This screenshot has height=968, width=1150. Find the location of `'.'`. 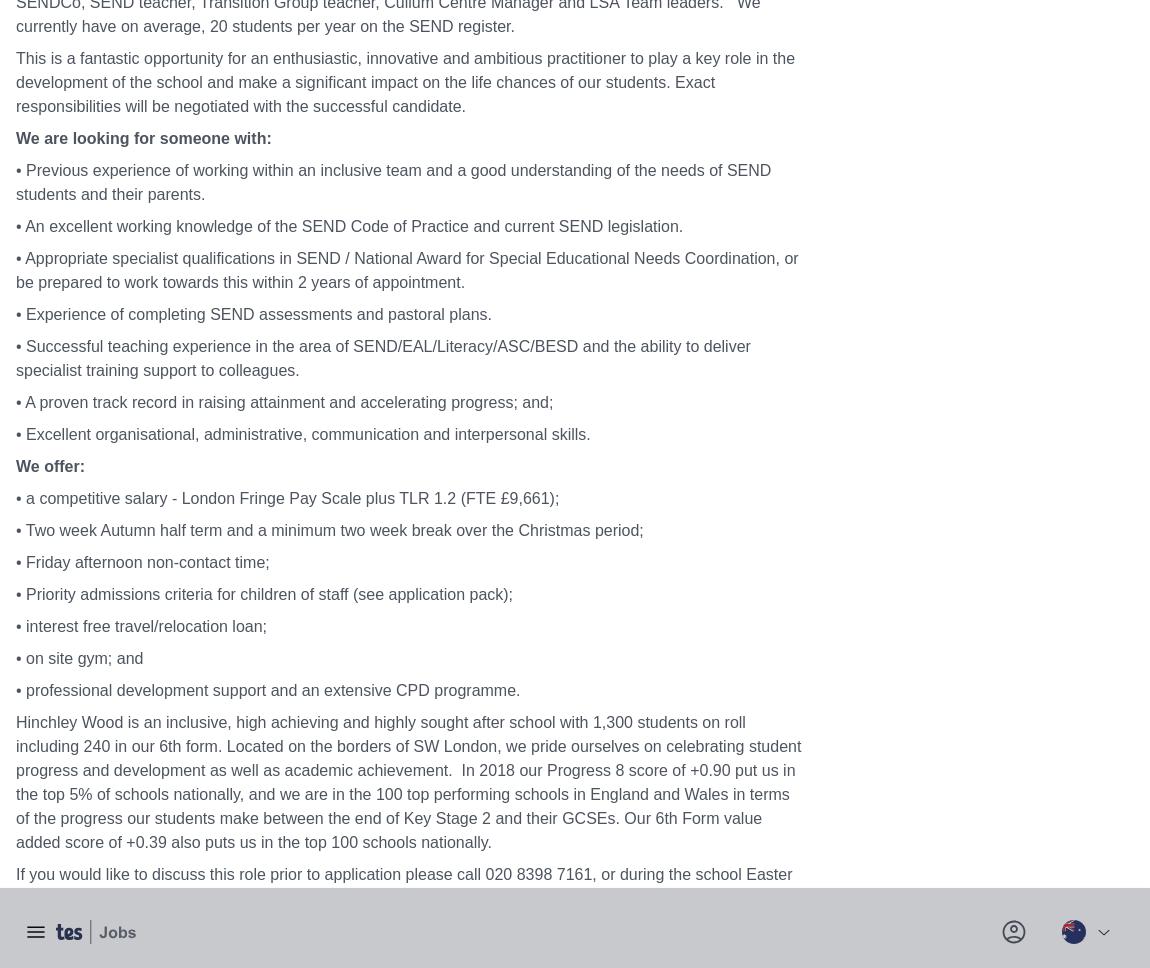

'.' is located at coordinates (793, 326).